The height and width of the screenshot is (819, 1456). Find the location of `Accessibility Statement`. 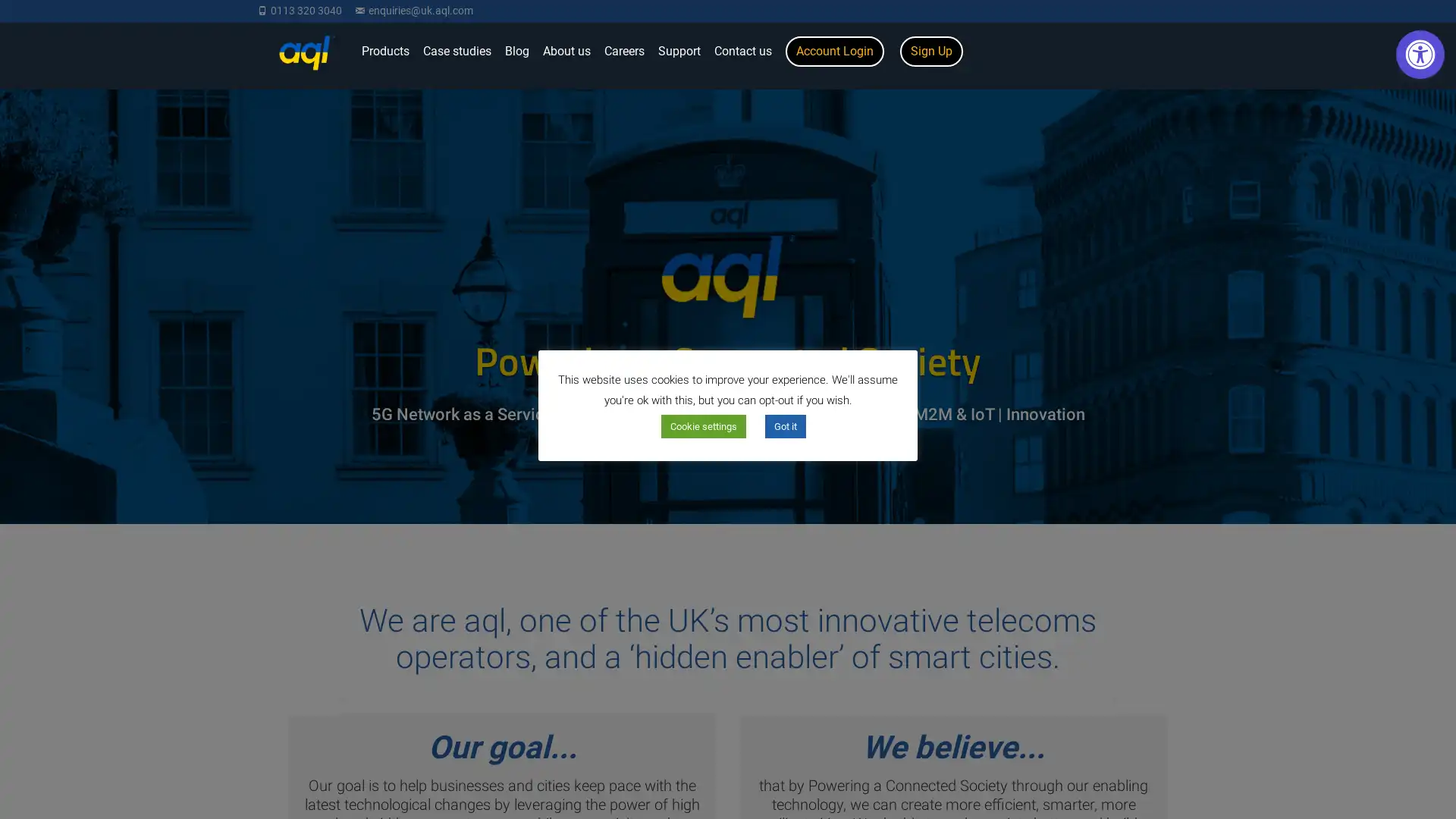

Accessibility Statement is located at coordinates (1267, 501).